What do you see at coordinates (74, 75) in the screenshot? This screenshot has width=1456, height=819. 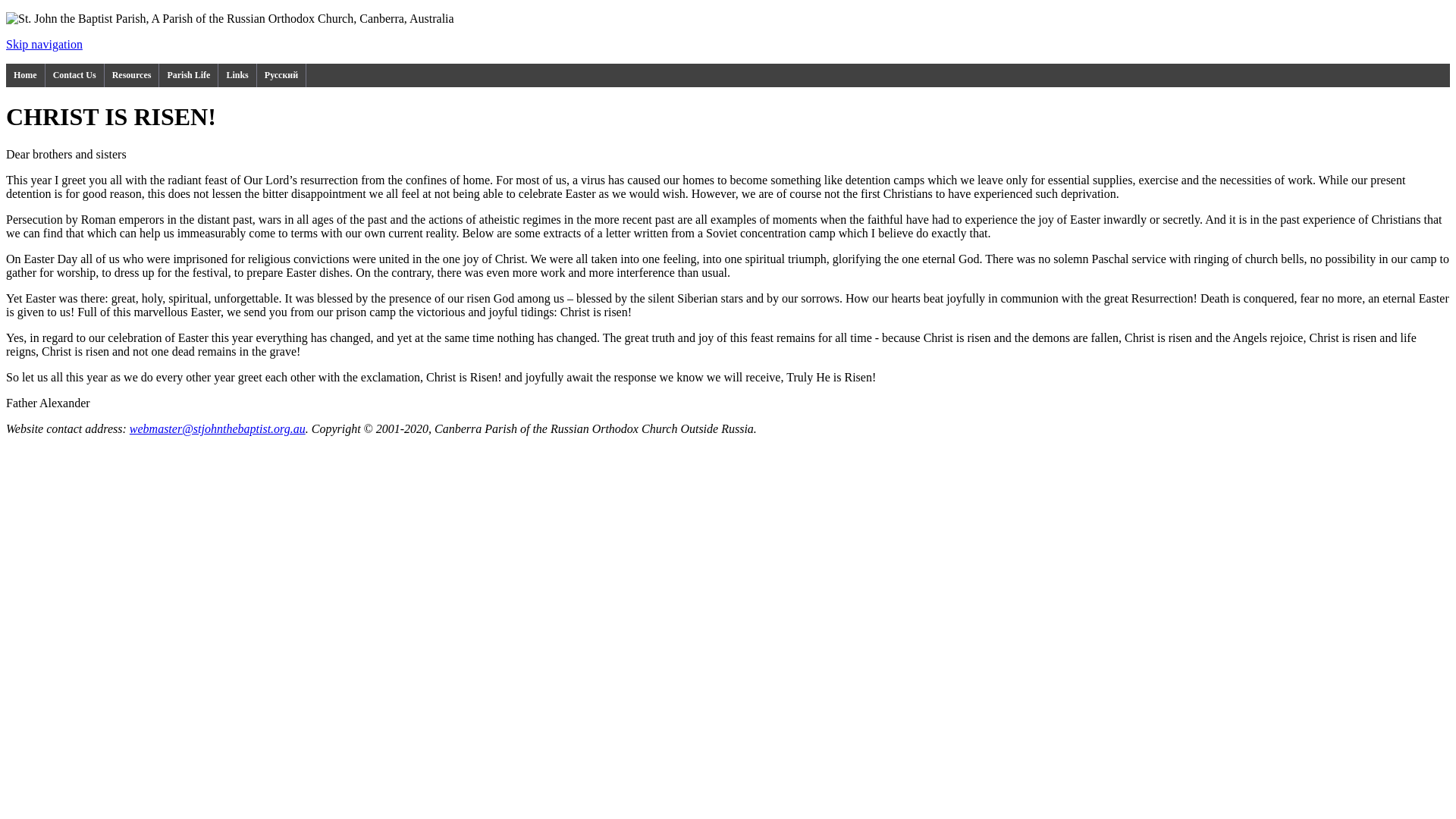 I see `'Contact Us'` at bounding box center [74, 75].